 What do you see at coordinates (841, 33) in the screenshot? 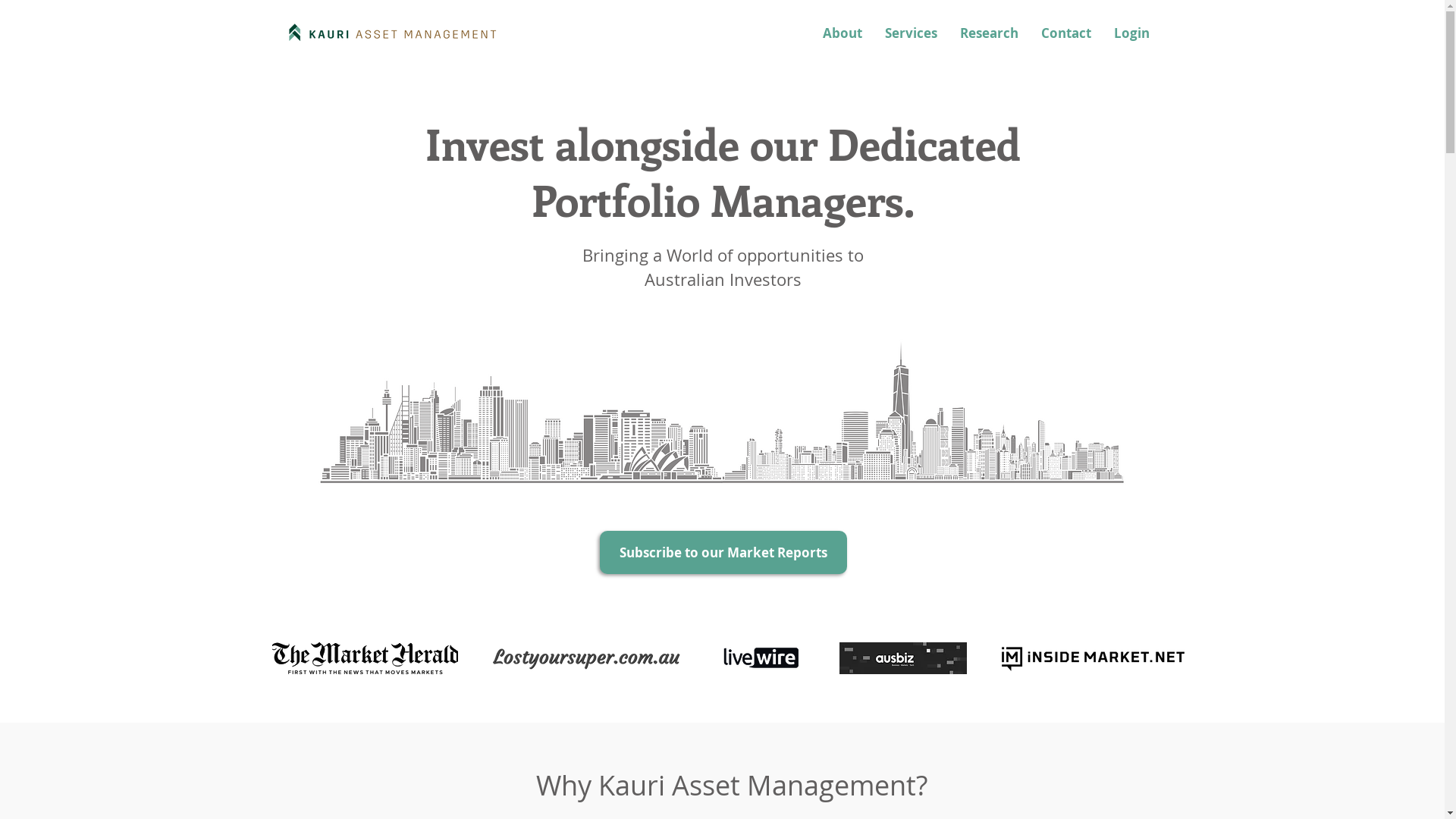
I see `'About'` at bounding box center [841, 33].